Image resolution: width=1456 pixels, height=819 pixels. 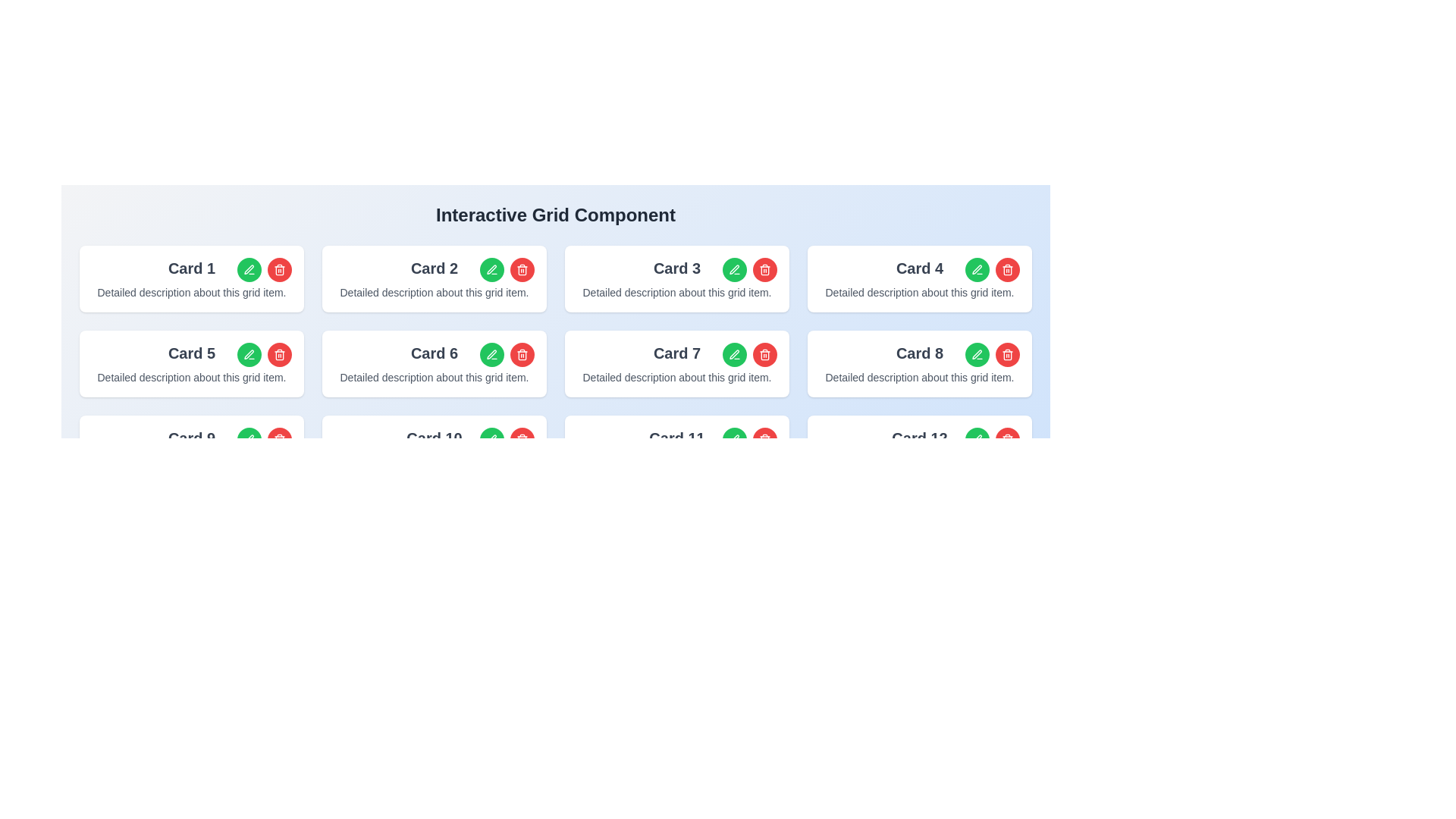 What do you see at coordinates (764, 270) in the screenshot?
I see `the trashcan icon component located to the right of 'Card 7' in the grid layout, positioned centrally within the grid card` at bounding box center [764, 270].